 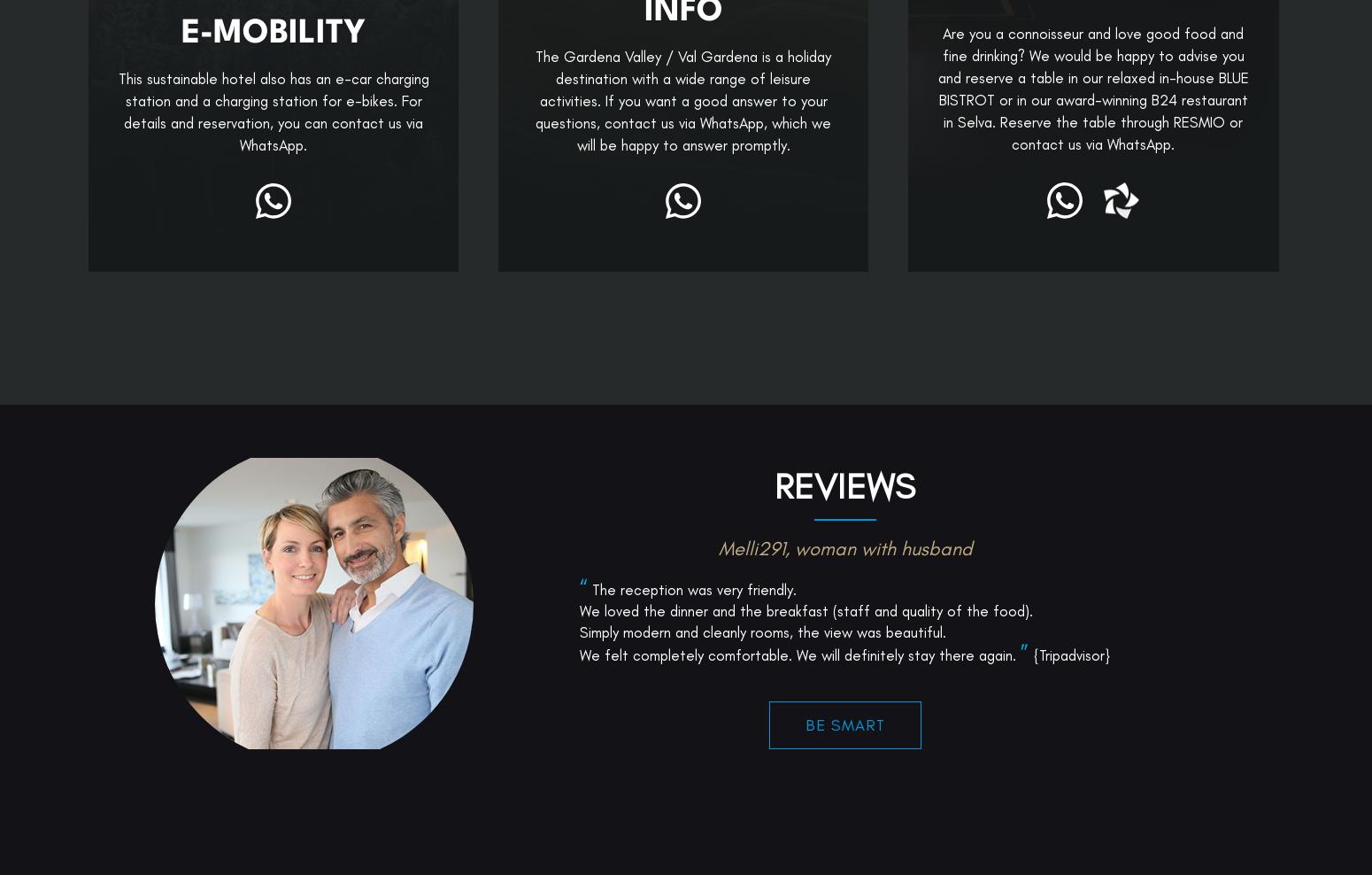 I want to click on 'Reviews', so click(x=844, y=485).